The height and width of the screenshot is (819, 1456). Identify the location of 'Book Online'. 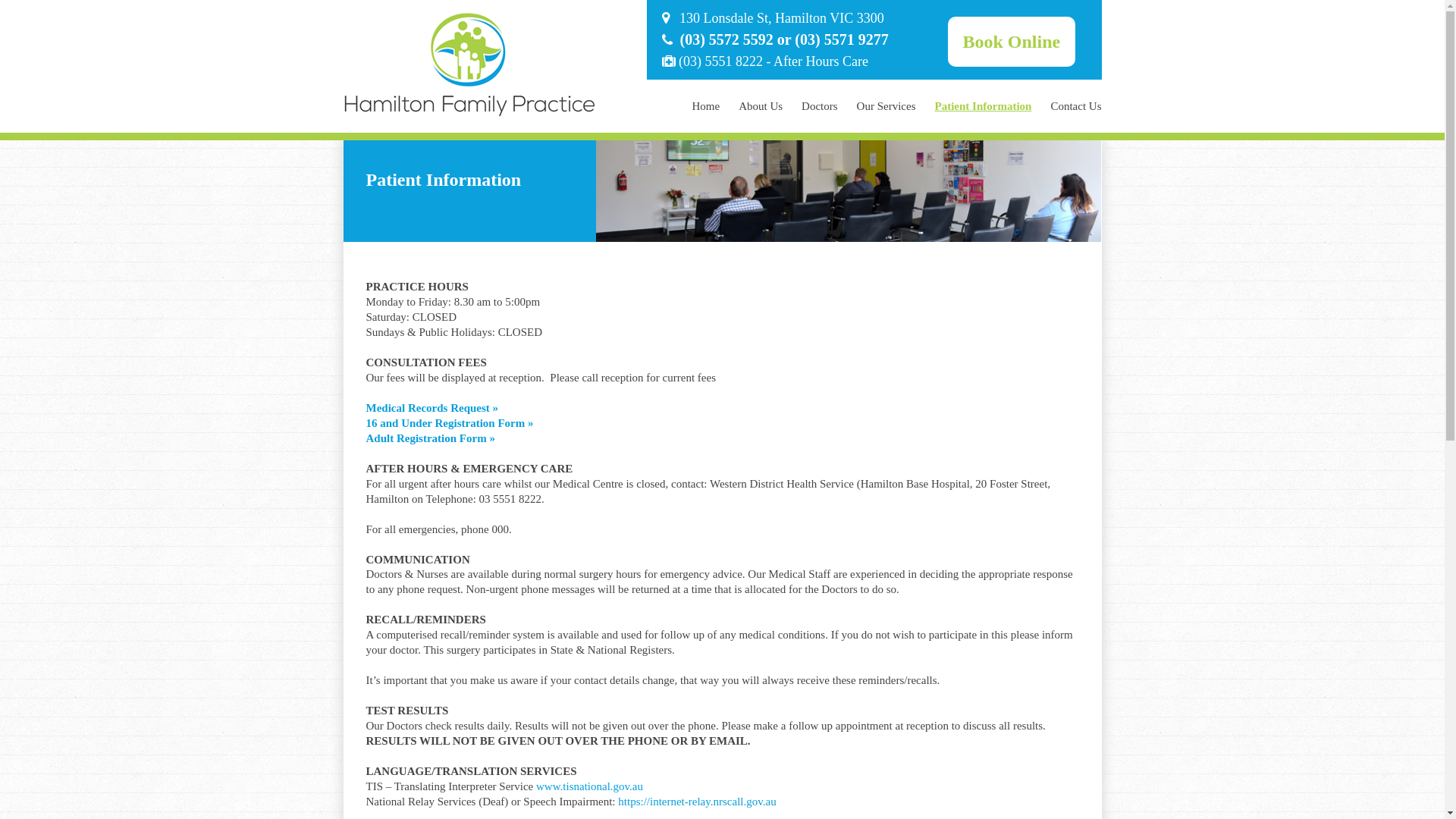
(1012, 40).